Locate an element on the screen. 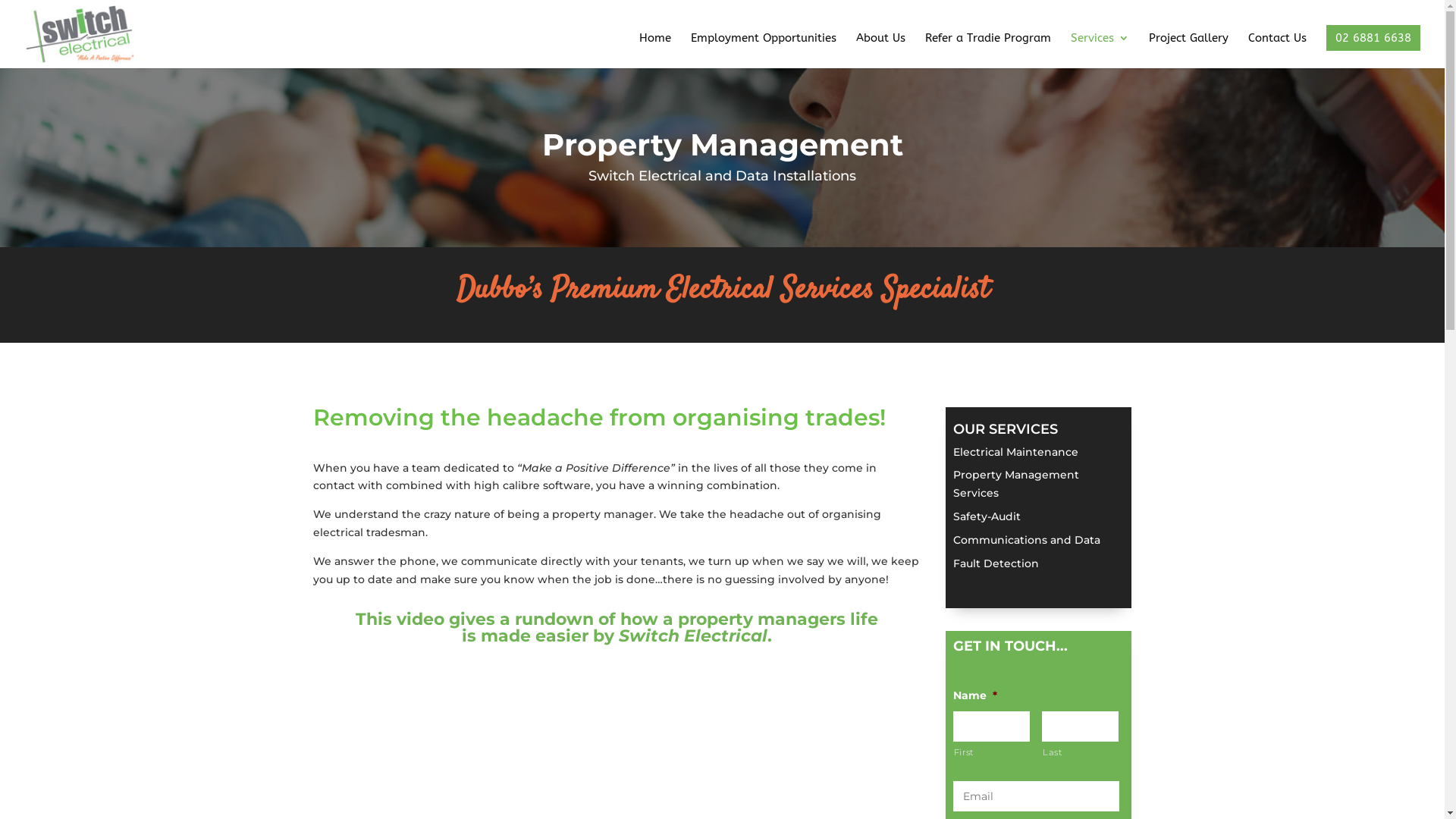 The height and width of the screenshot is (819, 1456). 'Property Management Services' is located at coordinates (1015, 483).